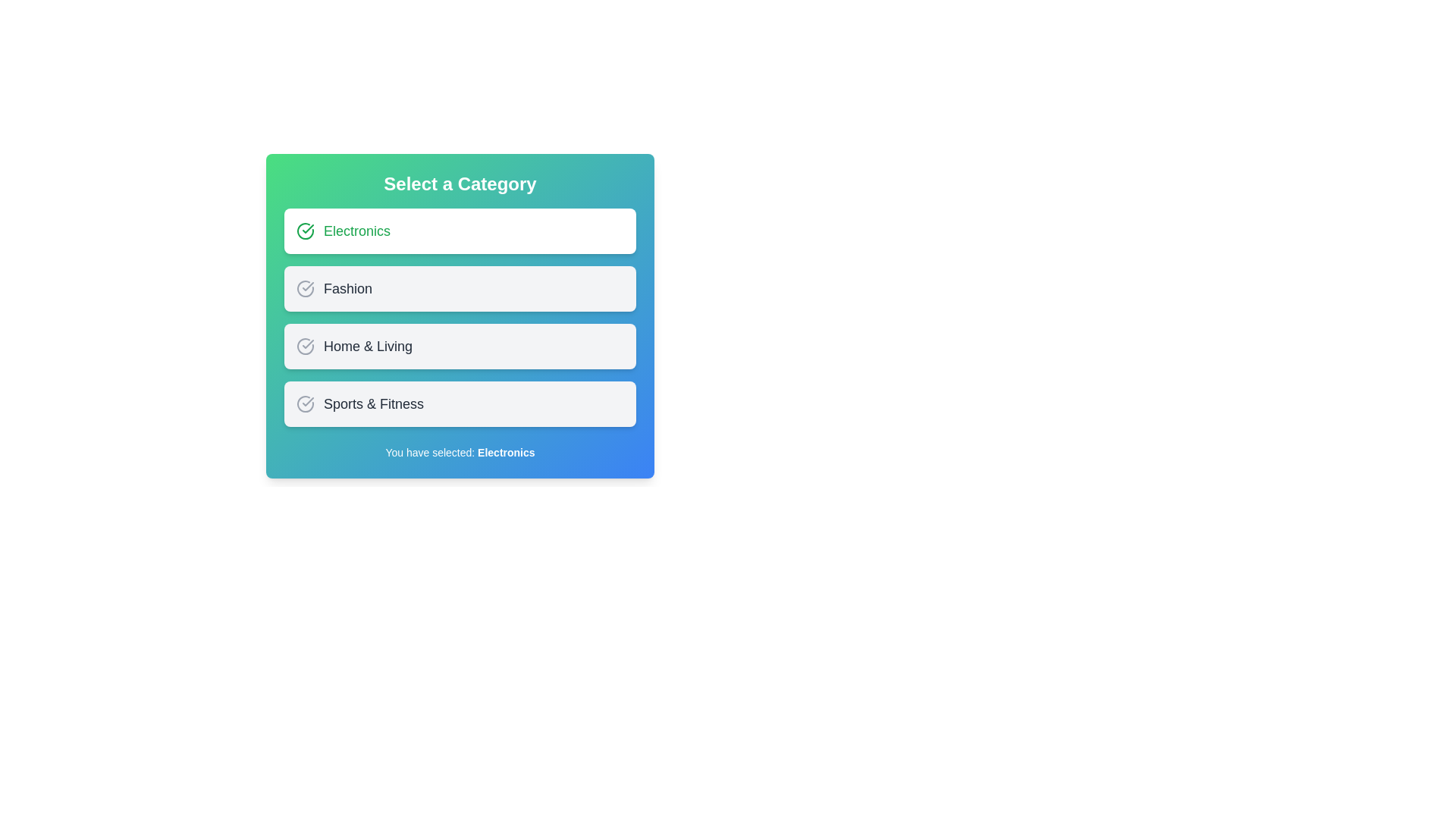  I want to click on the 'Fashion' text label, which is prominently displayed in a bold font within the second option of a vertically stacked menu labeled 'Select a Category', so click(347, 289).